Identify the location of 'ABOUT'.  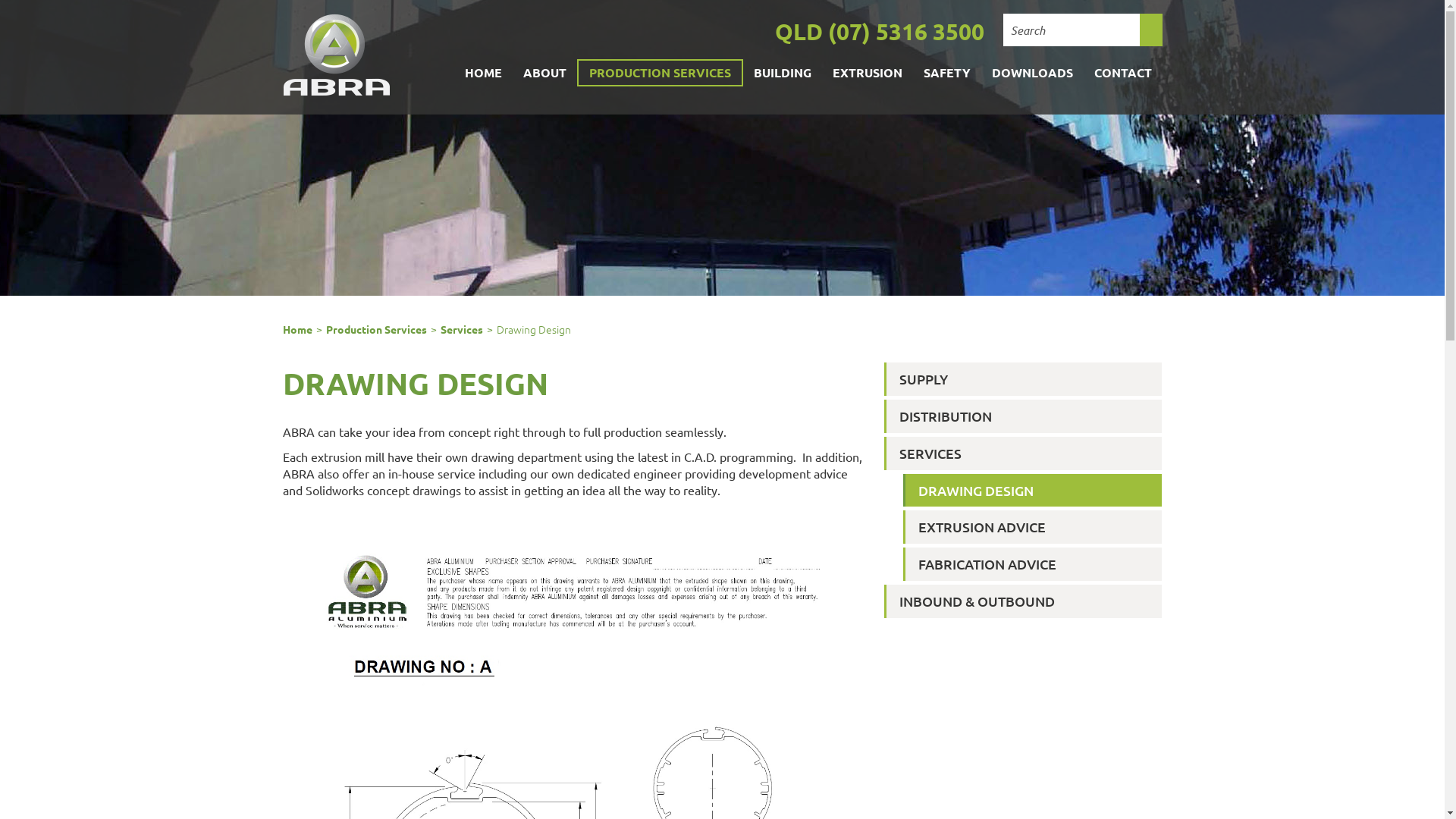
(513, 73).